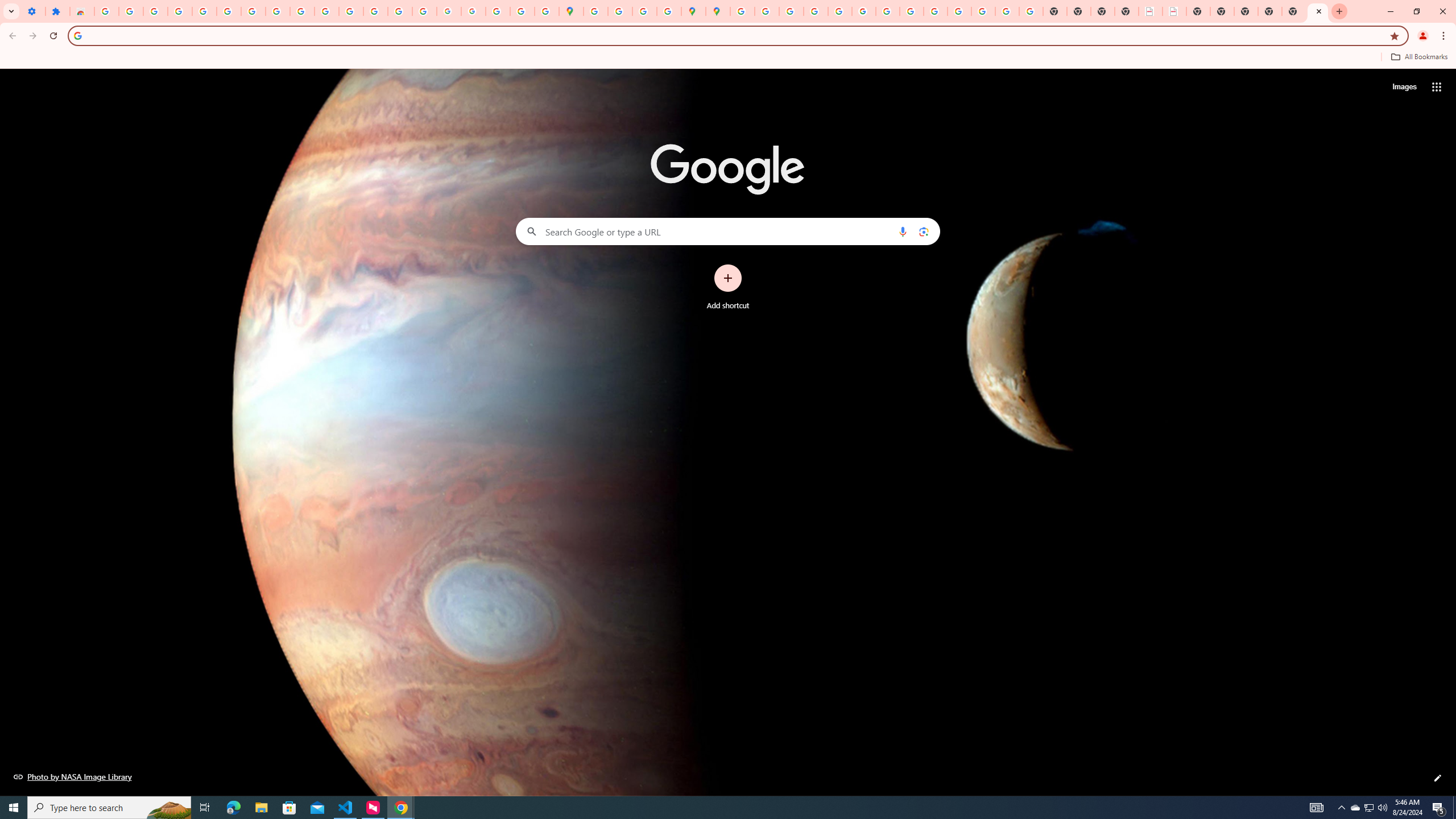 The height and width of the screenshot is (819, 1456). I want to click on 'Customize this page', so click(1437, 777).